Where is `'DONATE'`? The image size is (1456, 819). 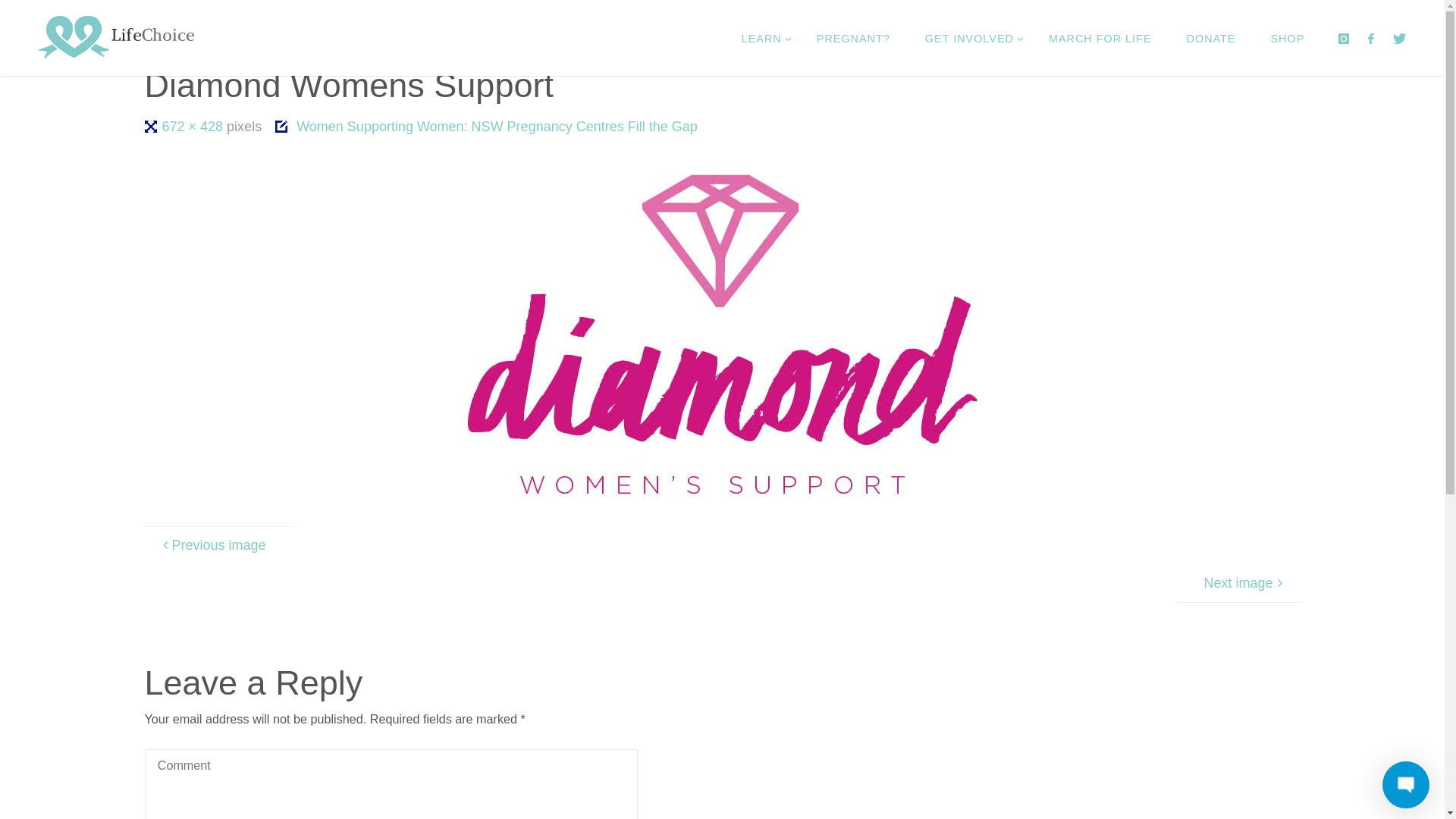
'DONATE' is located at coordinates (1210, 37).